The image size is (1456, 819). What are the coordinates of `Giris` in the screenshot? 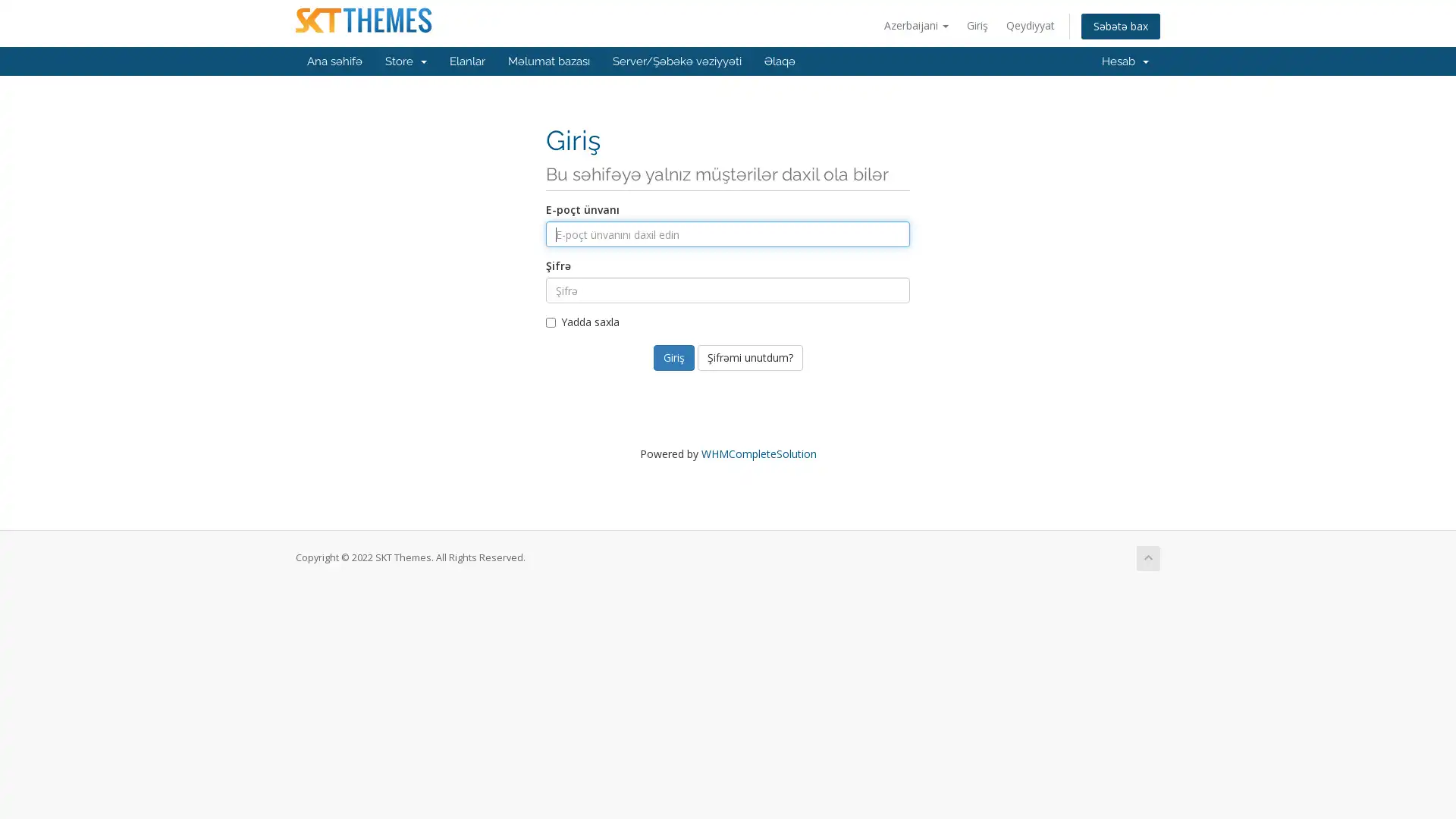 It's located at (673, 357).